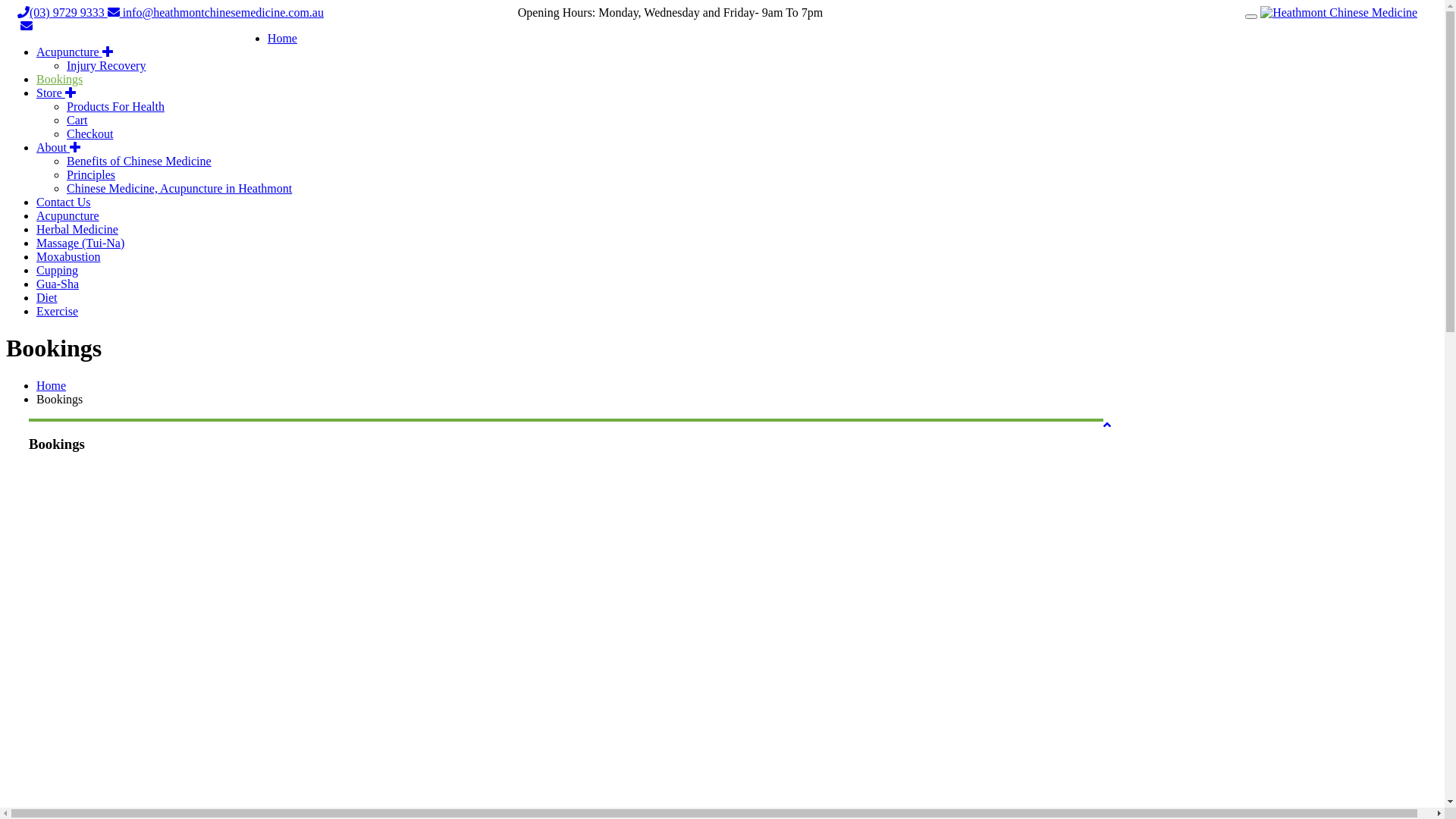 Image resolution: width=1456 pixels, height=819 pixels. What do you see at coordinates (139, 161) in the screenshot?
I see `'Benefits of Chinese Medicine'` at bounding box center [139, 161].